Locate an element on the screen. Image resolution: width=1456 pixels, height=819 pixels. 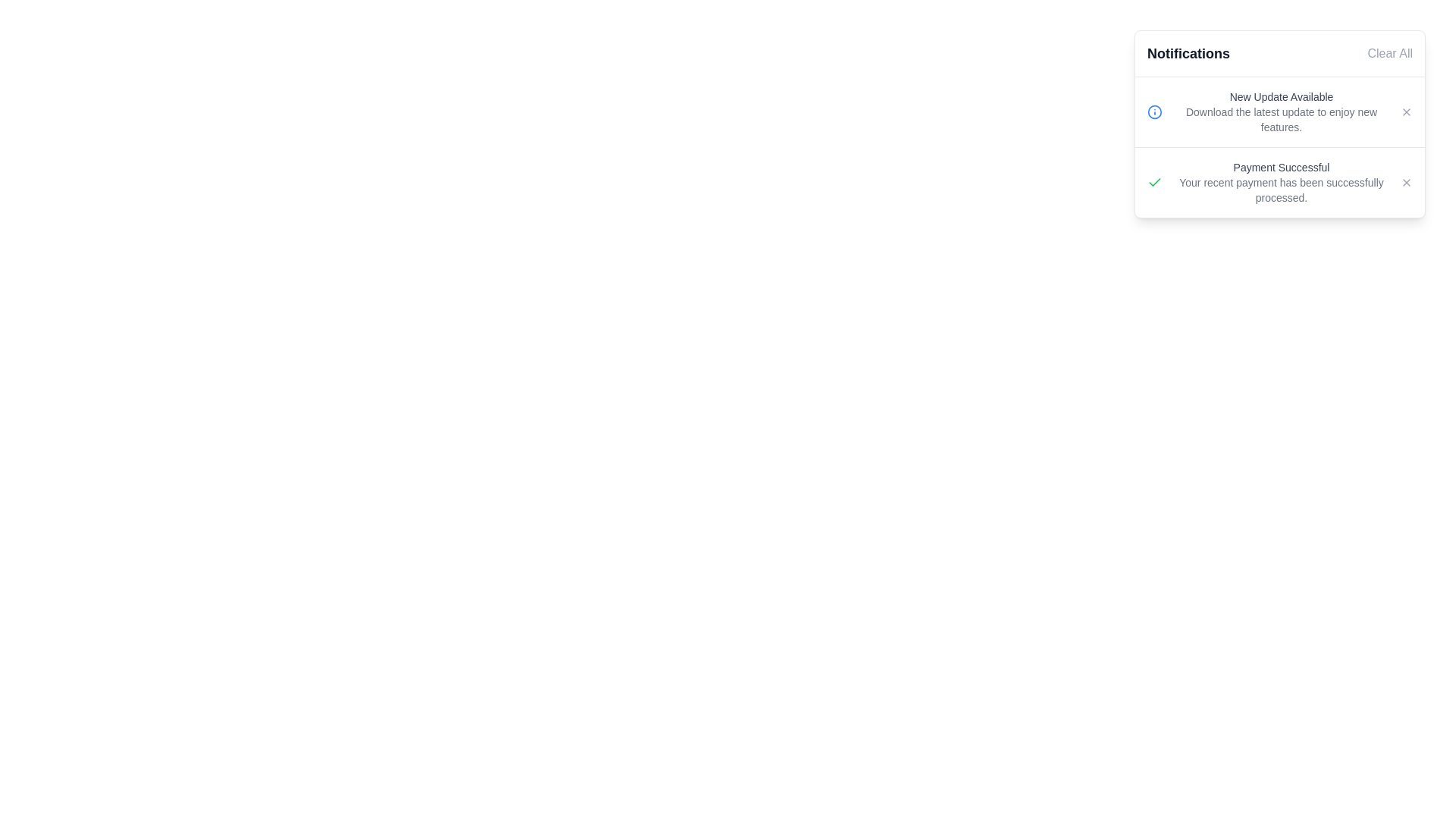
the 'Payment Successful' text element, which is located in the notifications section directly under 'New Update Available.' is located at coordinates (1280, 167).